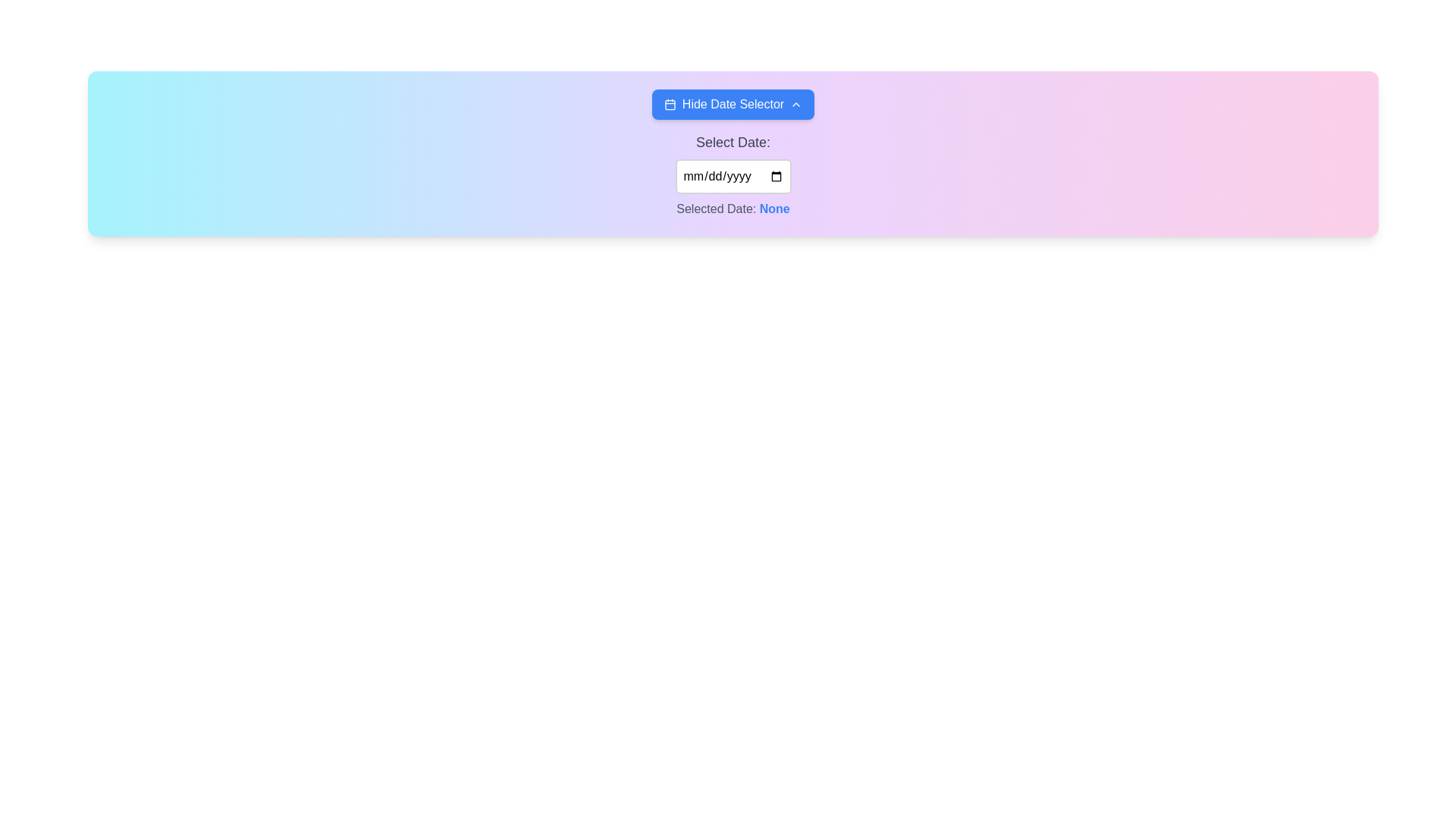  What do you see at coordinates (669, 104) in the screenshot?
I see `the calendar icon located to the left of the 'Hide Date Selector' text within the blue button at the top of the interface` at bounding box center [669, 104].